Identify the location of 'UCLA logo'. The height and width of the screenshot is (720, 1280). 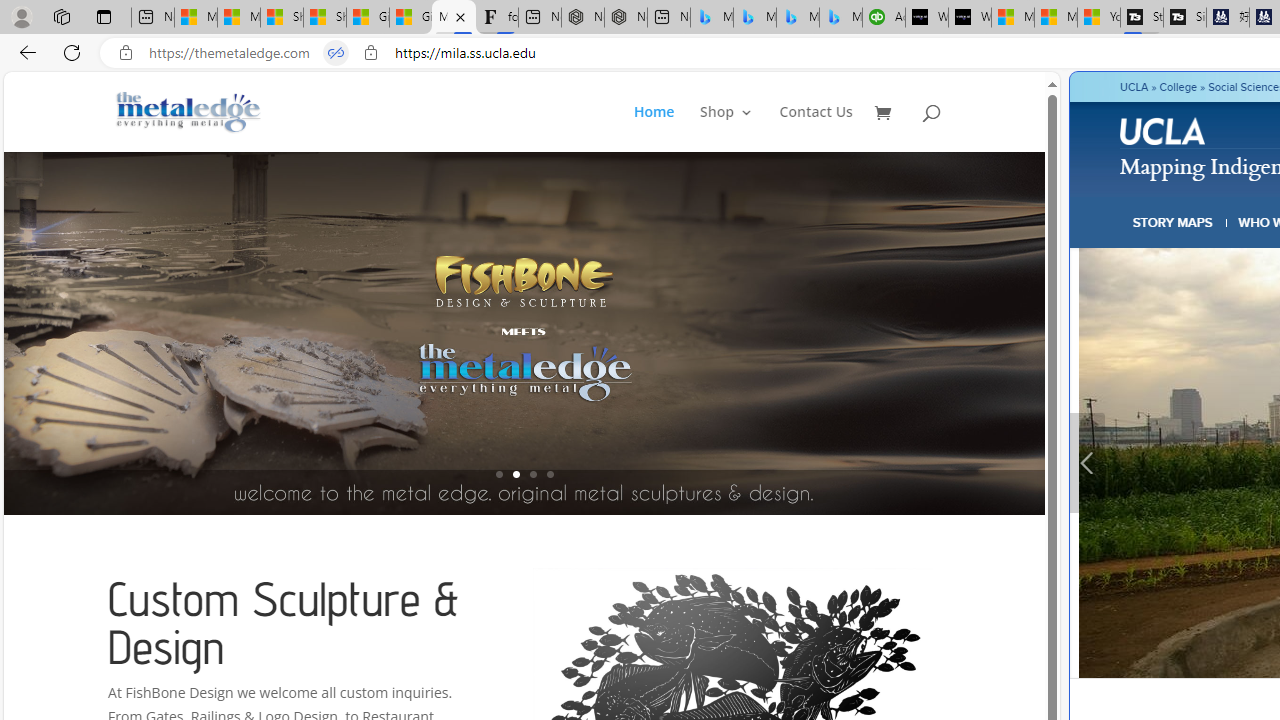
(1162, 130).